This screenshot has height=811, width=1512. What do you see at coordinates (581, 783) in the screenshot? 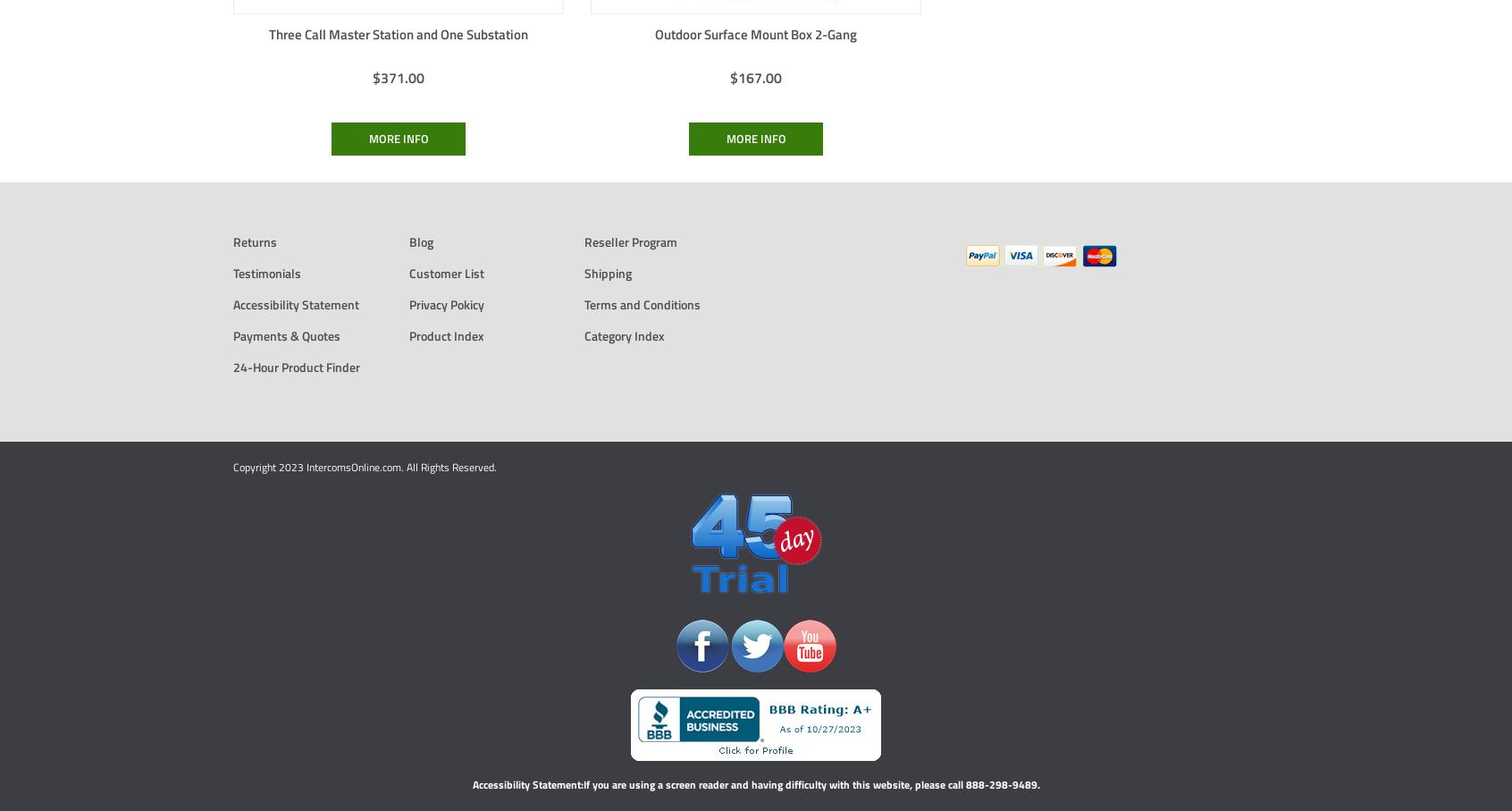
I see `':'` at bounding box center [581, 783].